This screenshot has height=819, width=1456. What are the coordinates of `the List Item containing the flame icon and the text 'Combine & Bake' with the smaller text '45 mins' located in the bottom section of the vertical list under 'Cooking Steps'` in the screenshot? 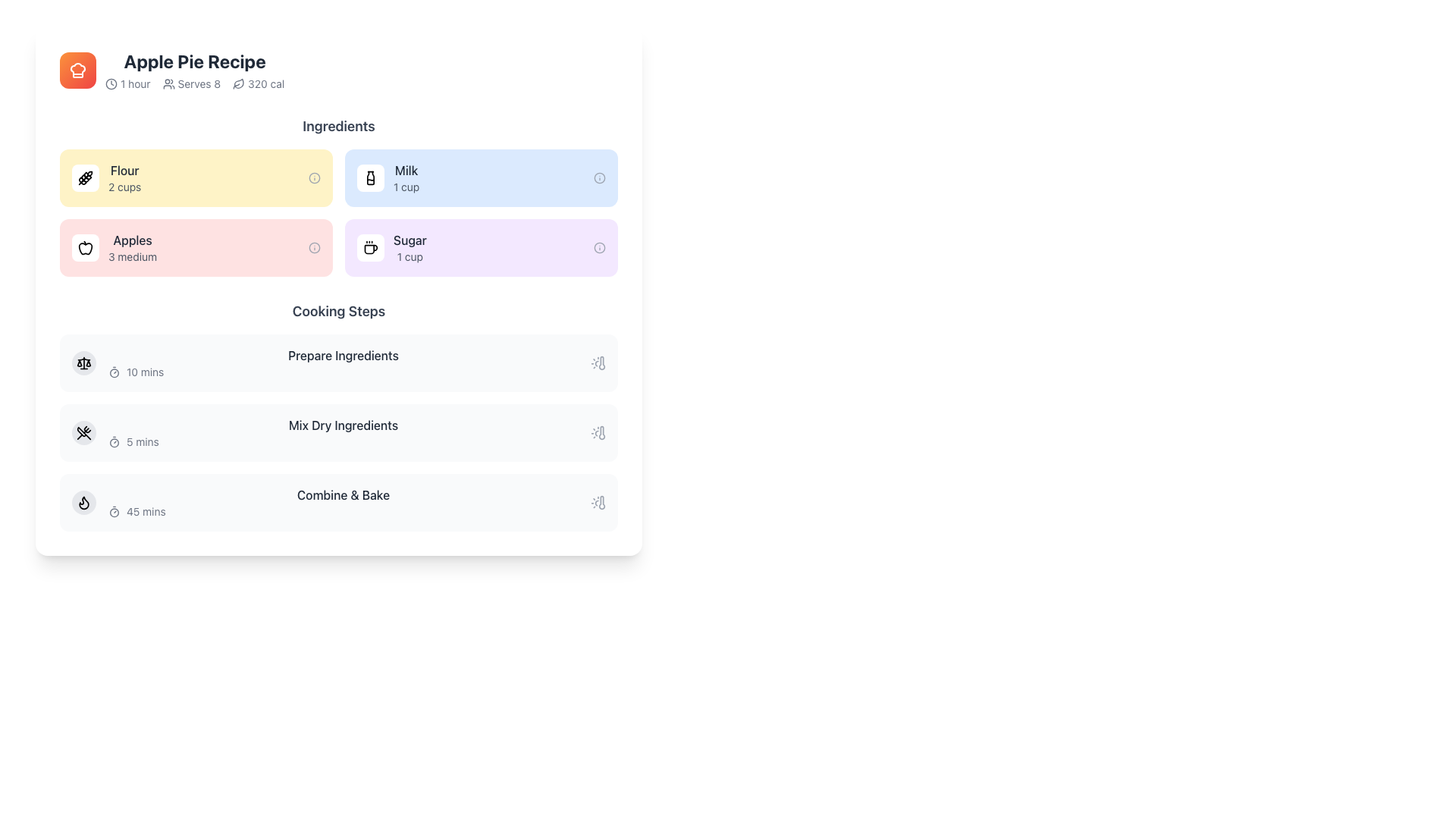 It's located at (337, 503).